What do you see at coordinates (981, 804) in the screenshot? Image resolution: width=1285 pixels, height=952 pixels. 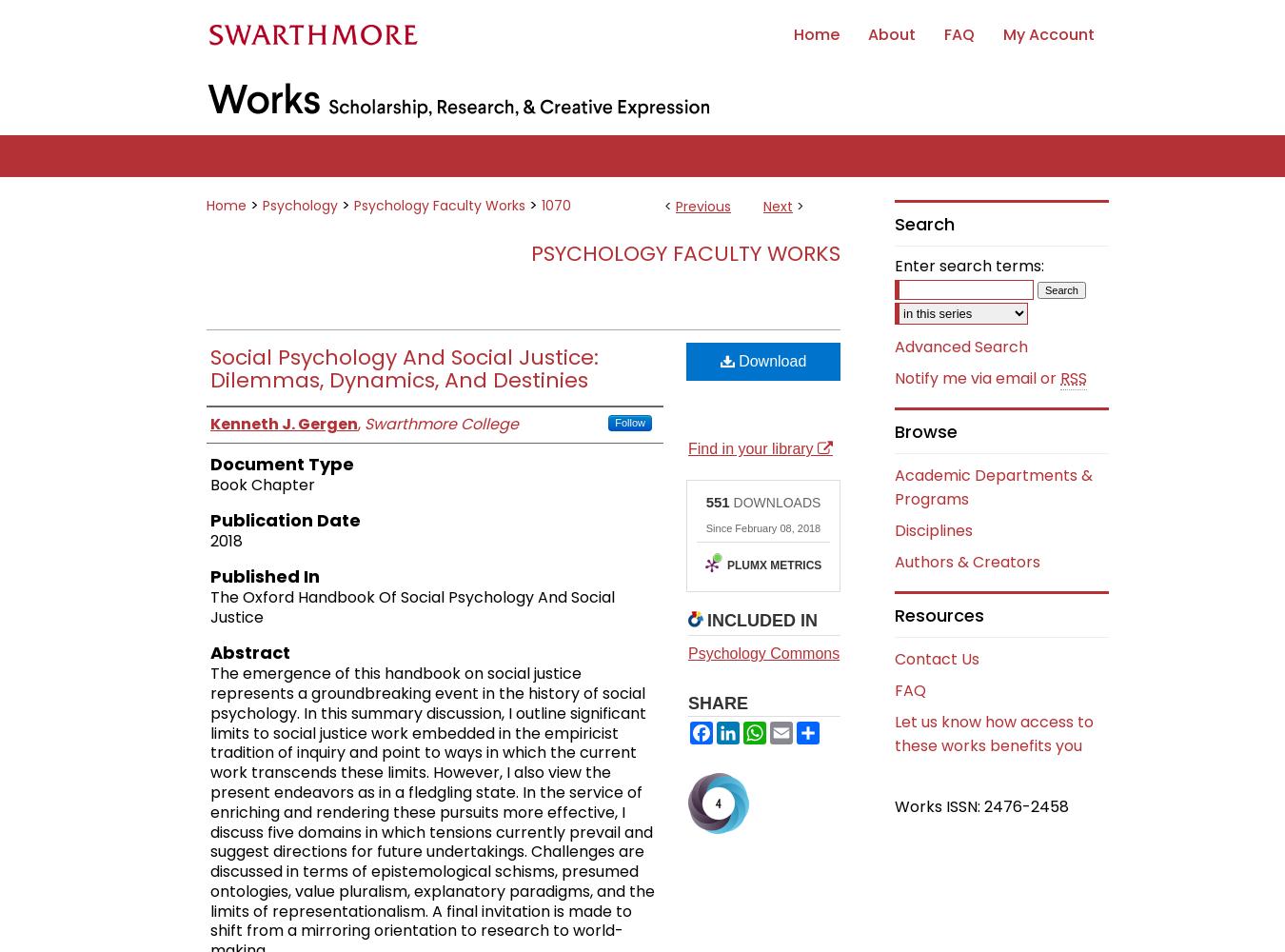 I see `'Works ISSN: 2476-2458'` at bounding box center [981, 804].